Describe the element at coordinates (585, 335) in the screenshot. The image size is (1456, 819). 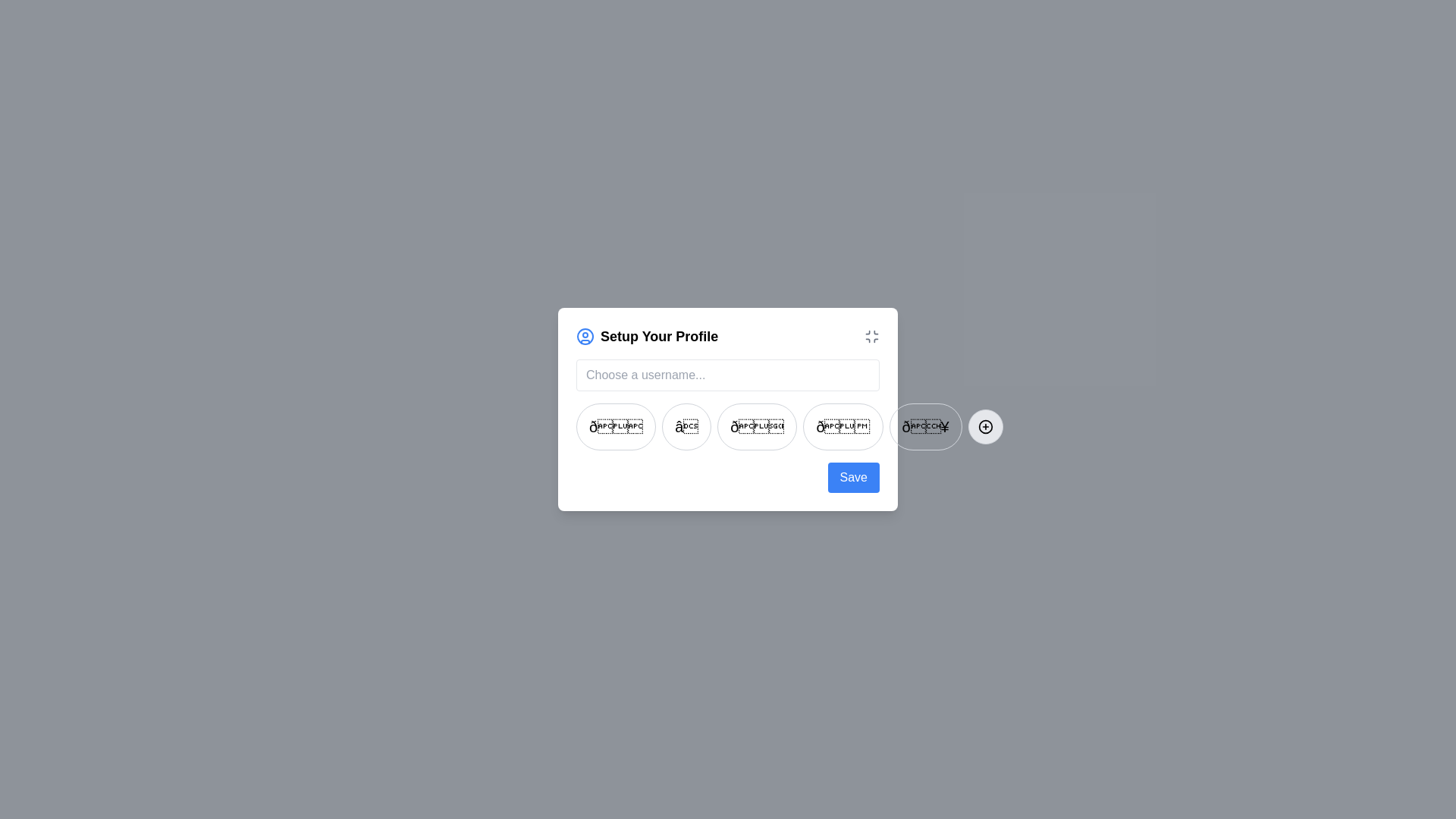
I see `the user profile icon, which is a blue circle containing a simplistic outline of a person, located in the top-left corner of the 'Setup Your Profile' dialog box header` at that location.